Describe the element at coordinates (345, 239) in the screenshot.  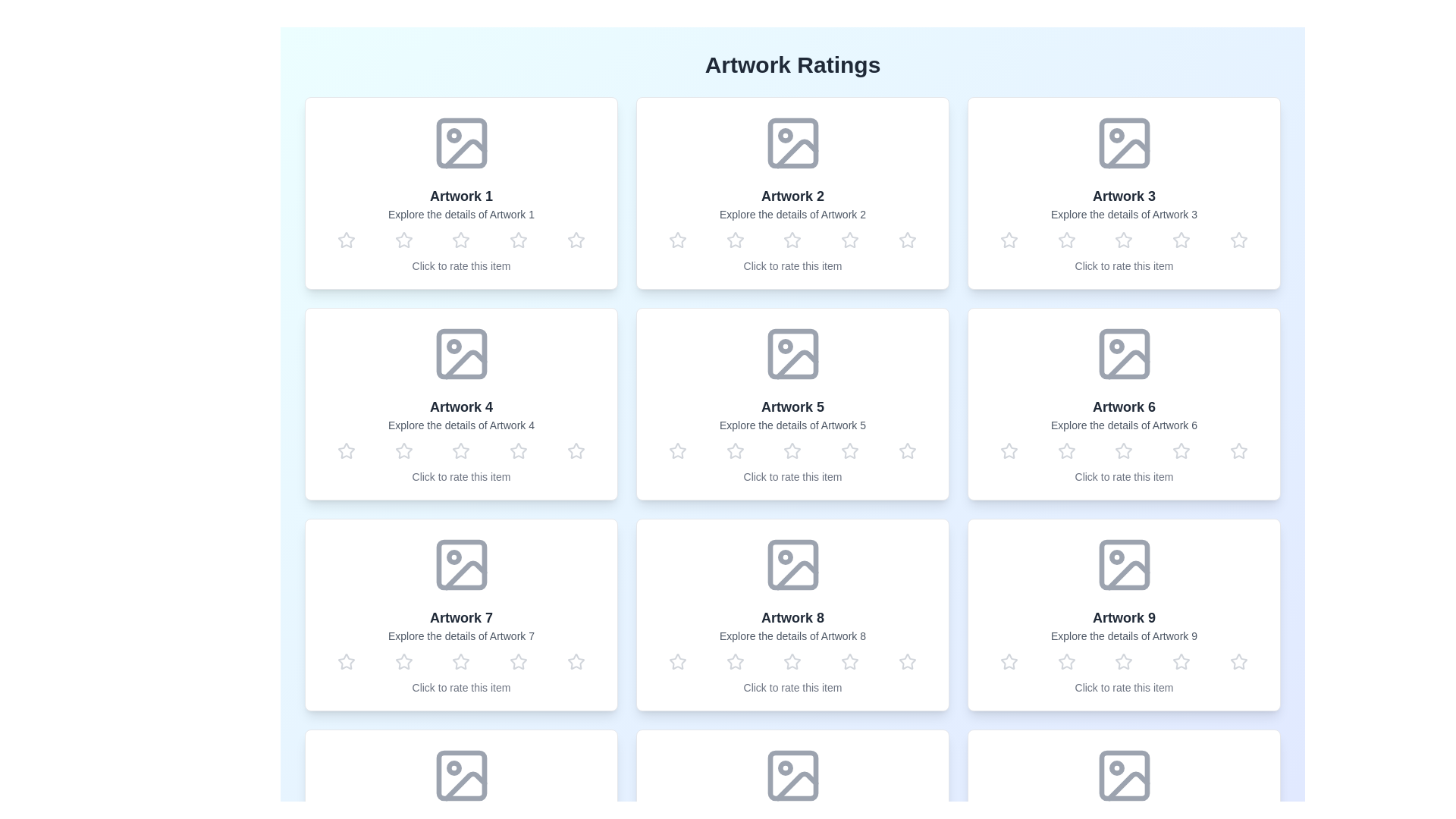
I see `the star corresponding to 1 to observe interaction feedback` at that location.